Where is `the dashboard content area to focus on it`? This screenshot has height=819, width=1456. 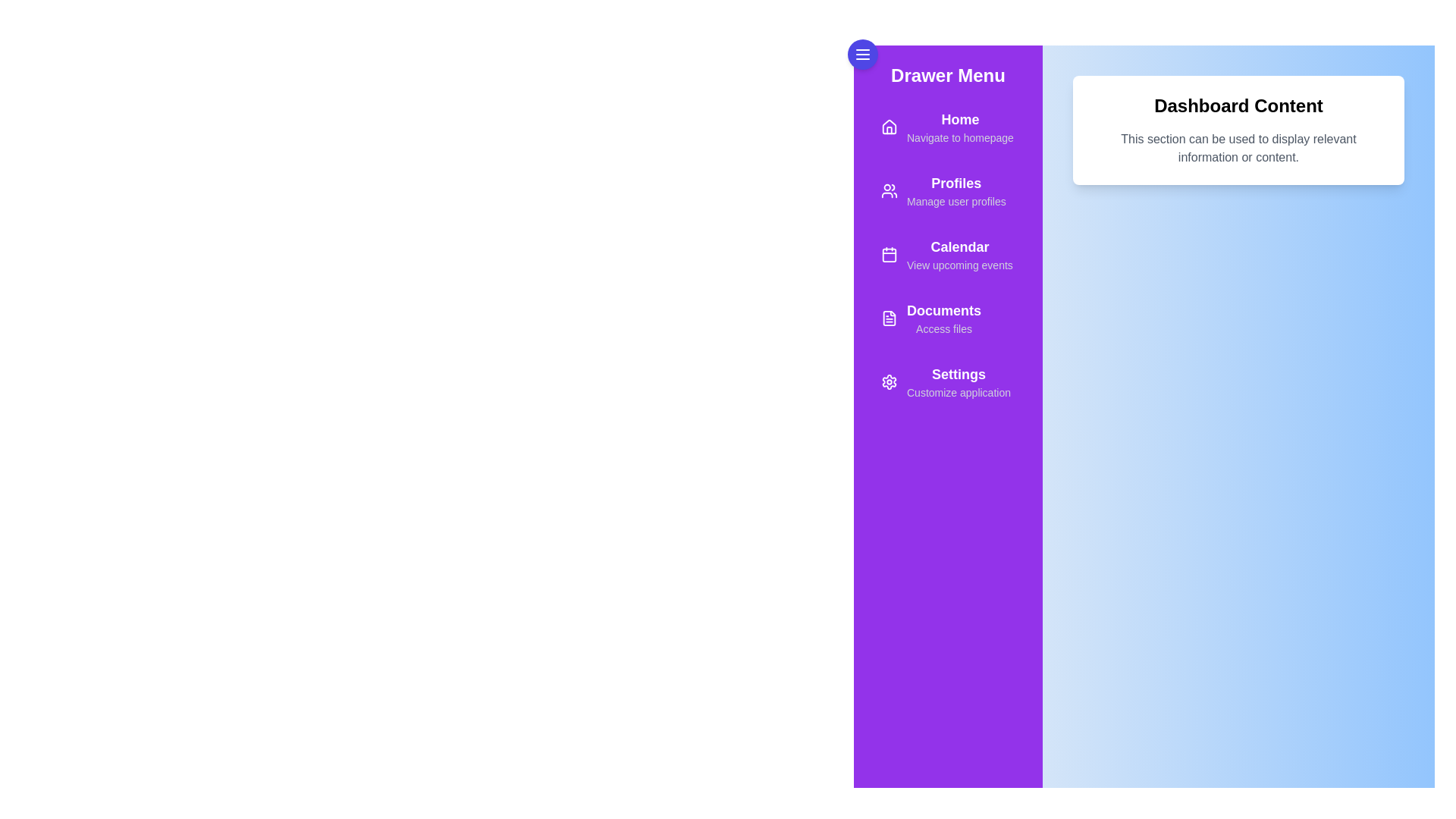
the dashboard content area to focus on it is located at coordinates (1238, 454).